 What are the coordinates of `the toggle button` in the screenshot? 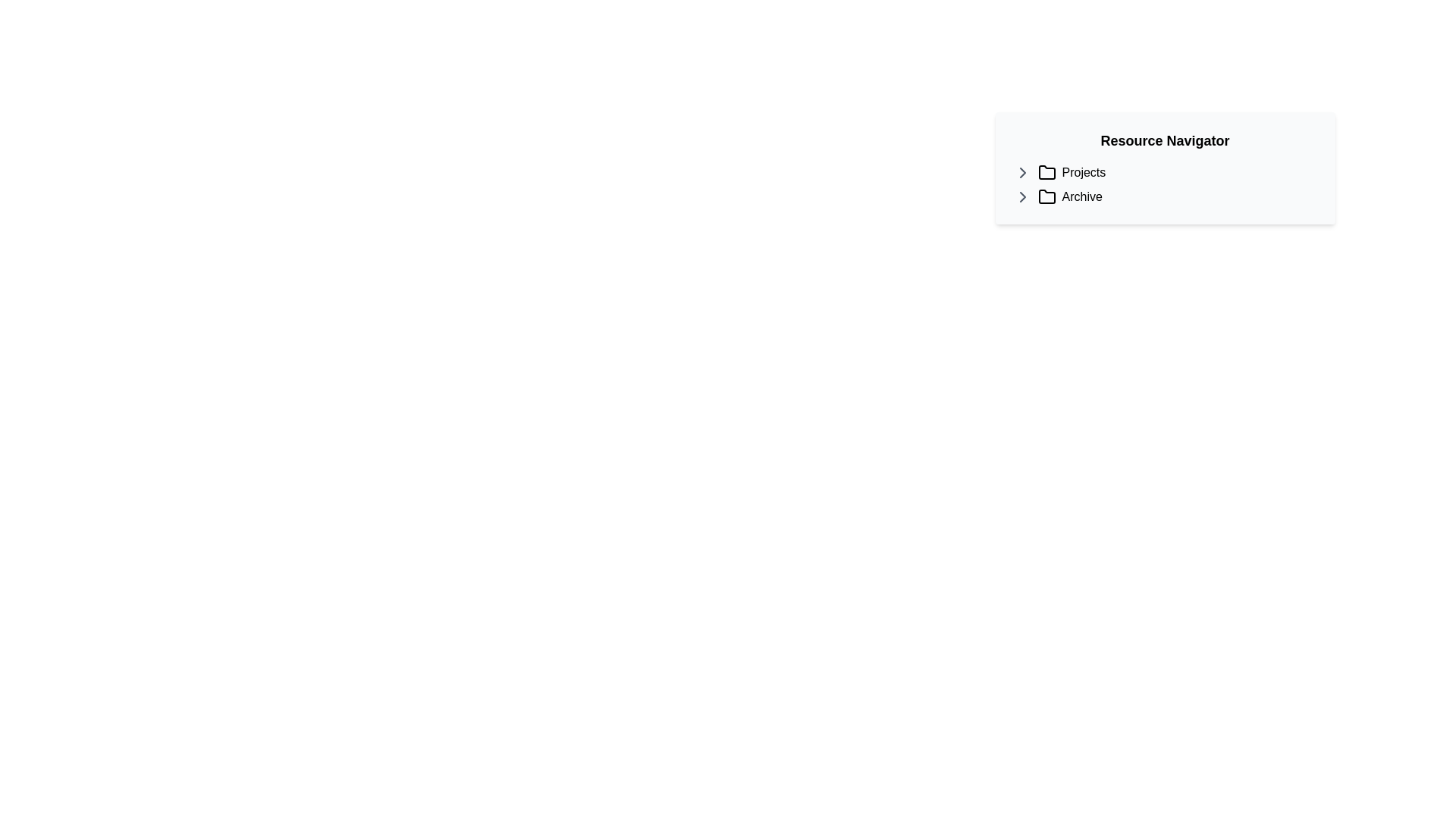 It's located at (1022, 171).